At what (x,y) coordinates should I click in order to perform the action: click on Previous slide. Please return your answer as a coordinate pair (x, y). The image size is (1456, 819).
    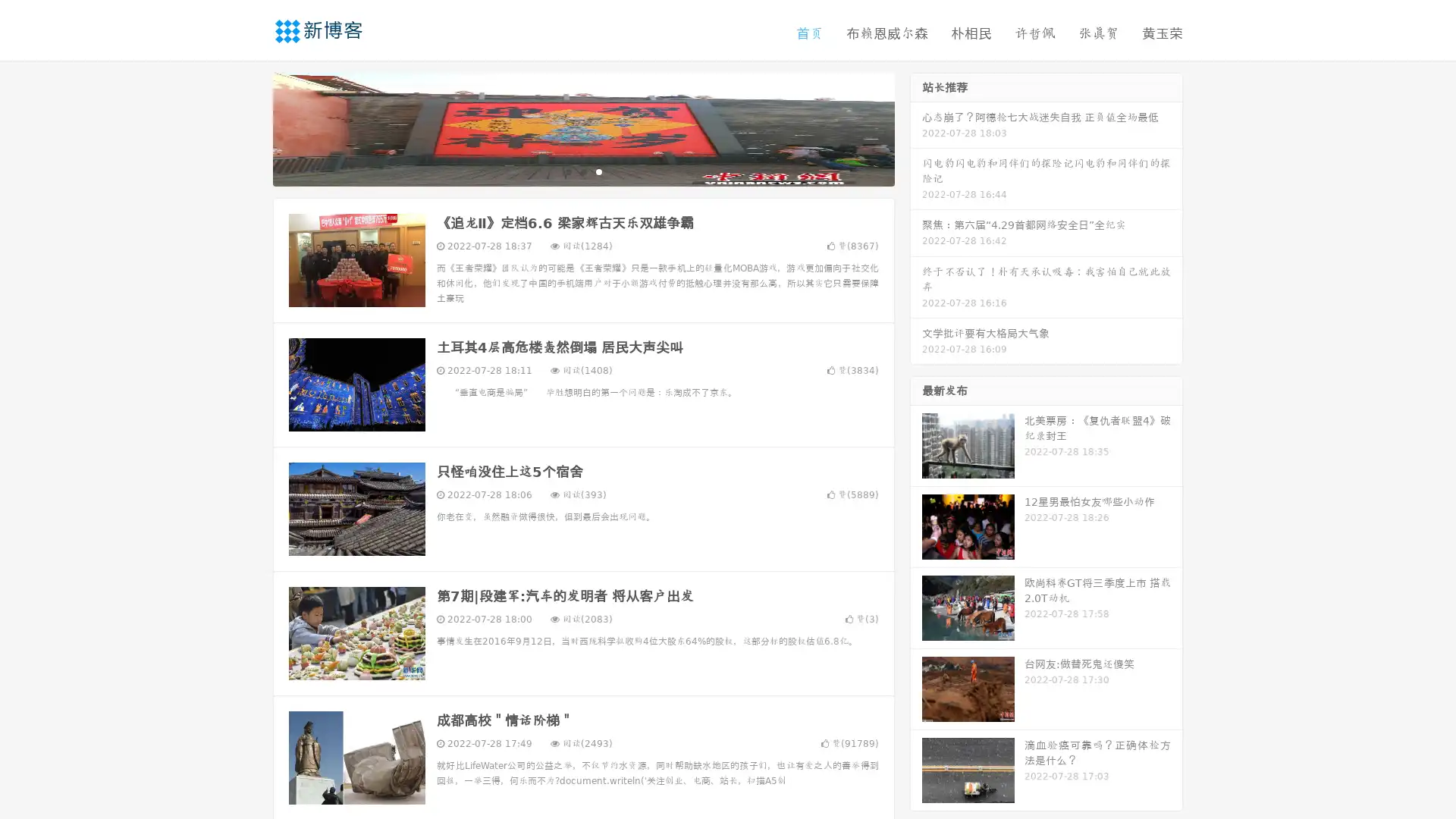
    Looking at the image, I should click on (250, 127).